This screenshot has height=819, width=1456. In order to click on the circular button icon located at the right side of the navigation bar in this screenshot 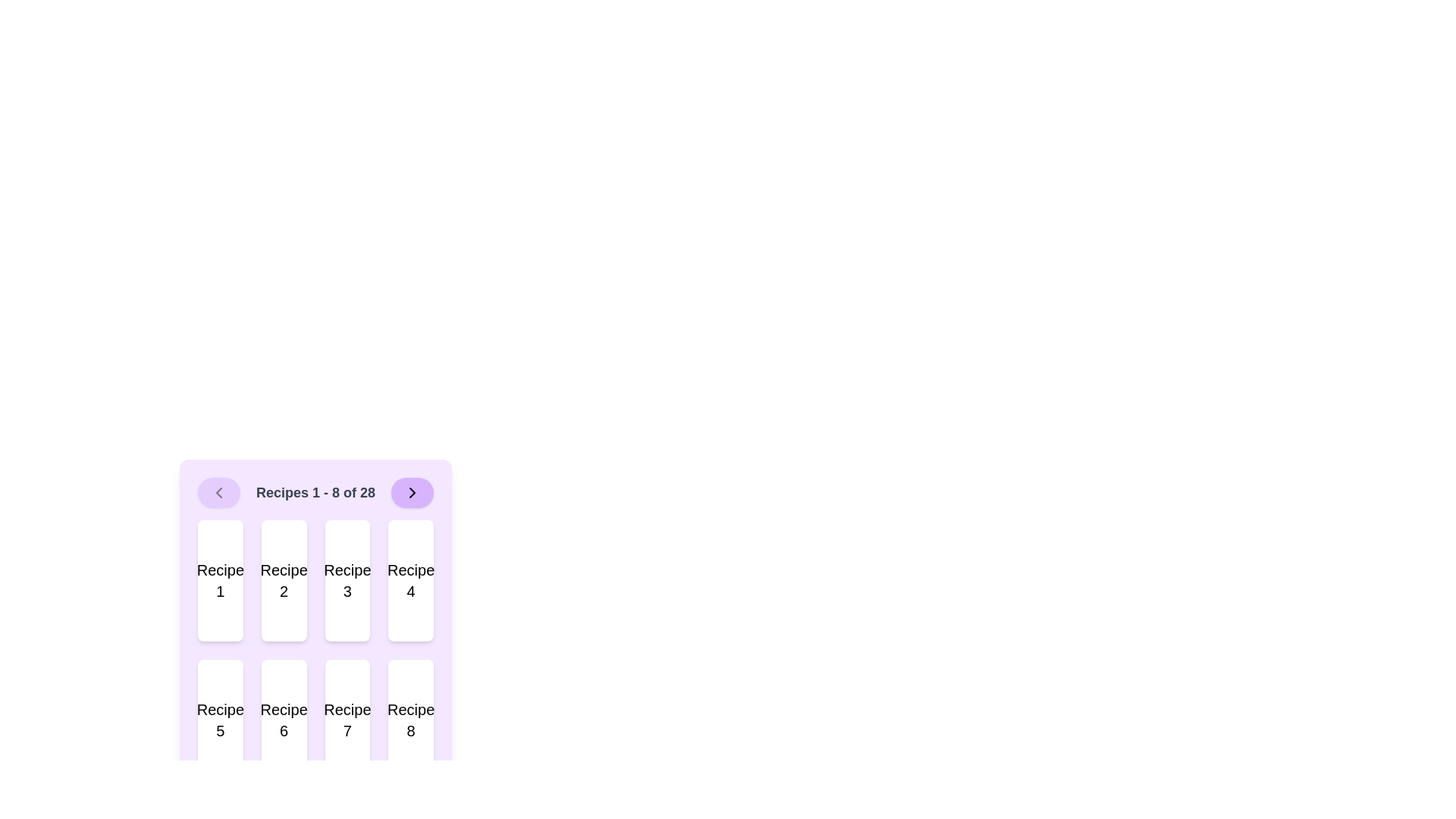, I will do `click(412, 493)`.